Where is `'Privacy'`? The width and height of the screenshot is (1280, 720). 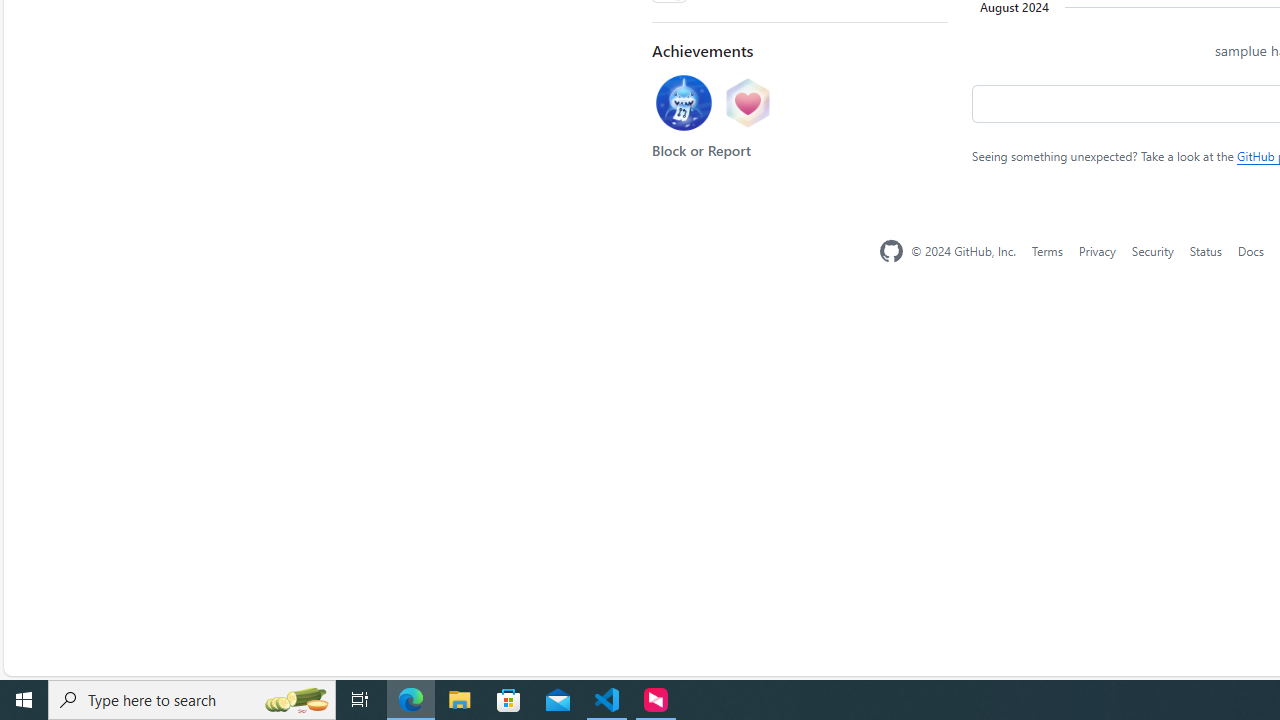 'Privacy' is located at coordinates (1095, 250).